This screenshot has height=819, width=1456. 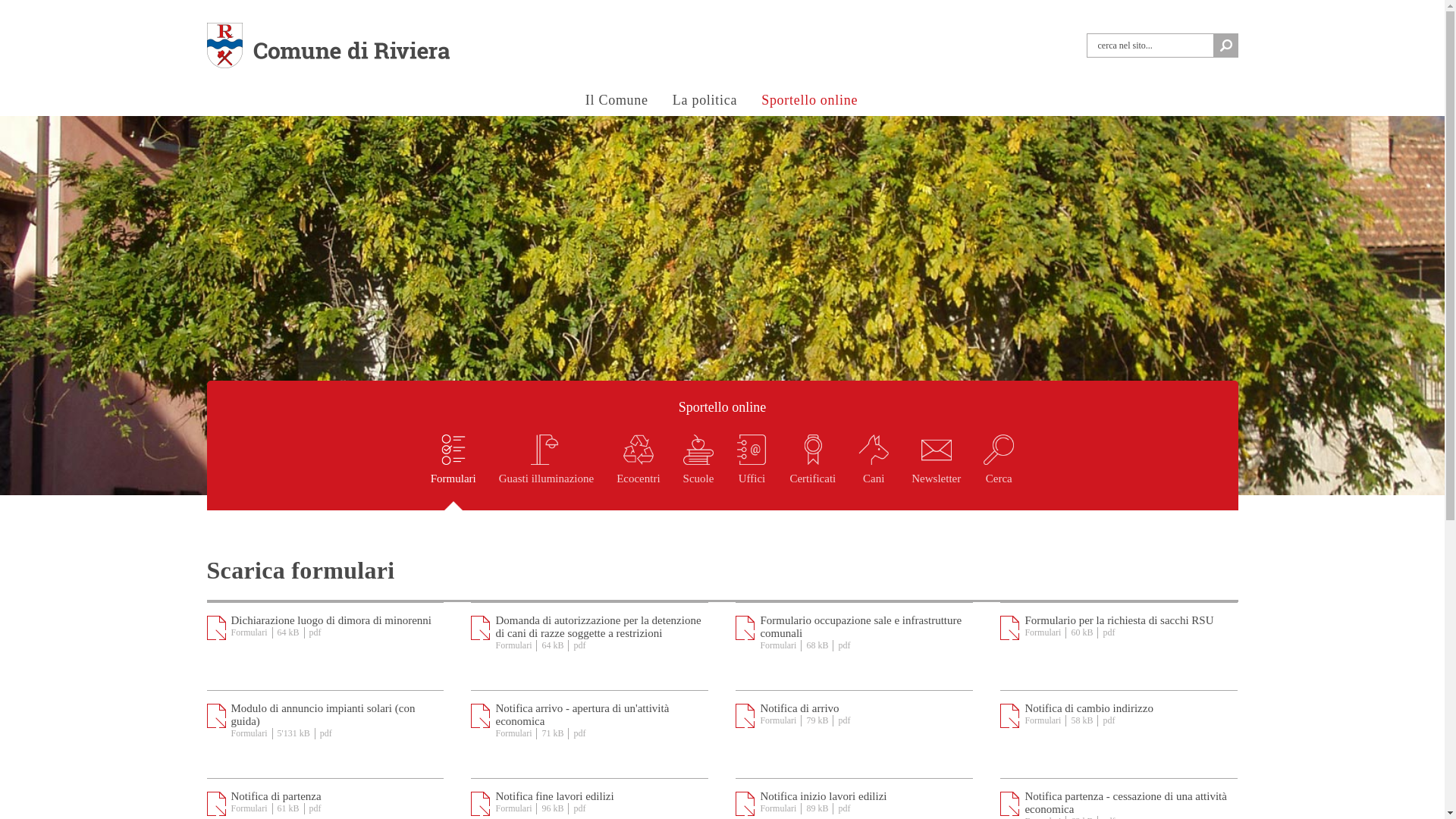 I want to click on 'Ecocentri', so click(x=638, y=472).